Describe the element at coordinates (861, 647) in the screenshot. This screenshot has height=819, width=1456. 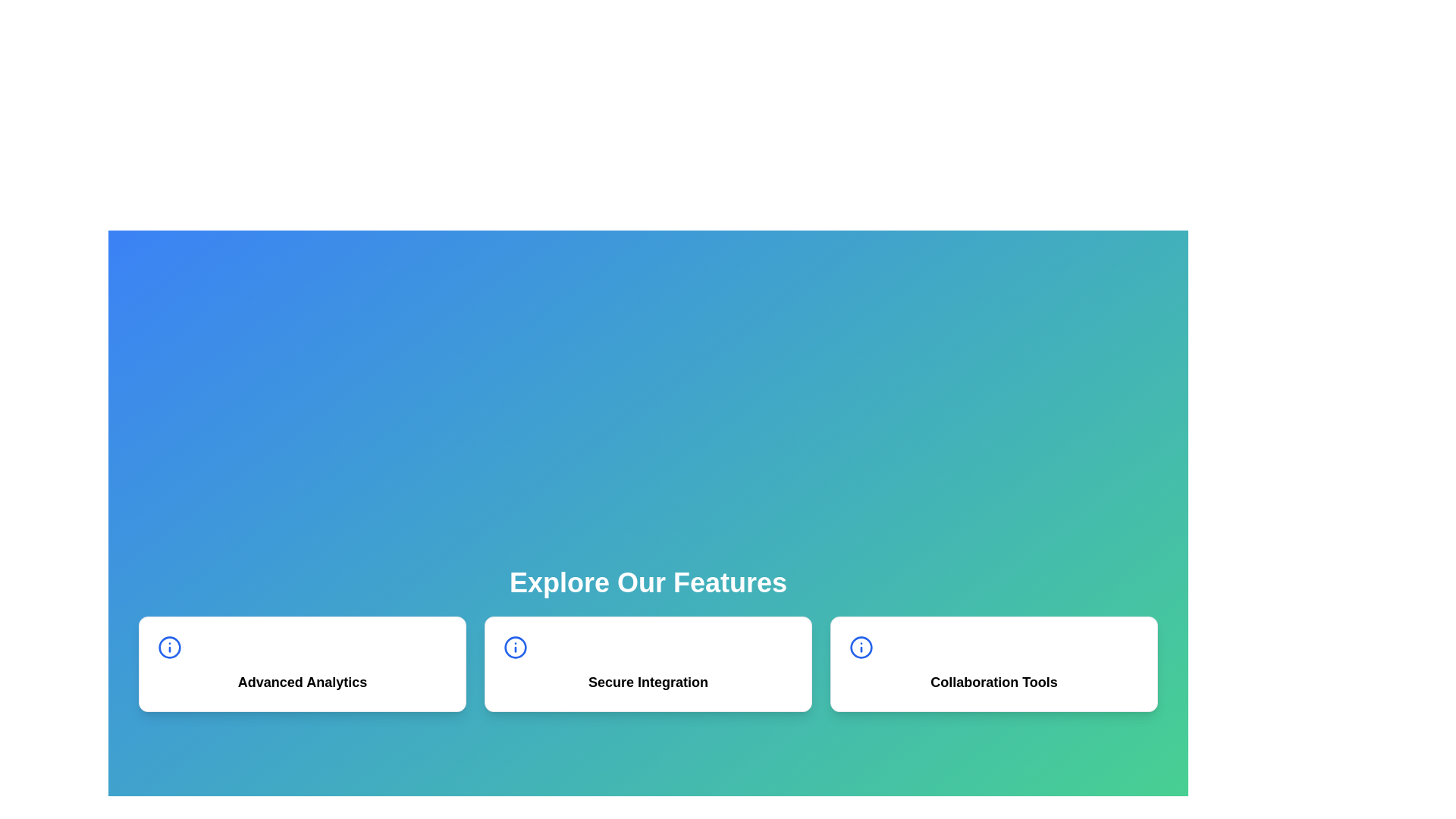
I see `the informational icon related to the 'Collaboration Tools' feature, which is located at the top-left corner of the card` at that location.